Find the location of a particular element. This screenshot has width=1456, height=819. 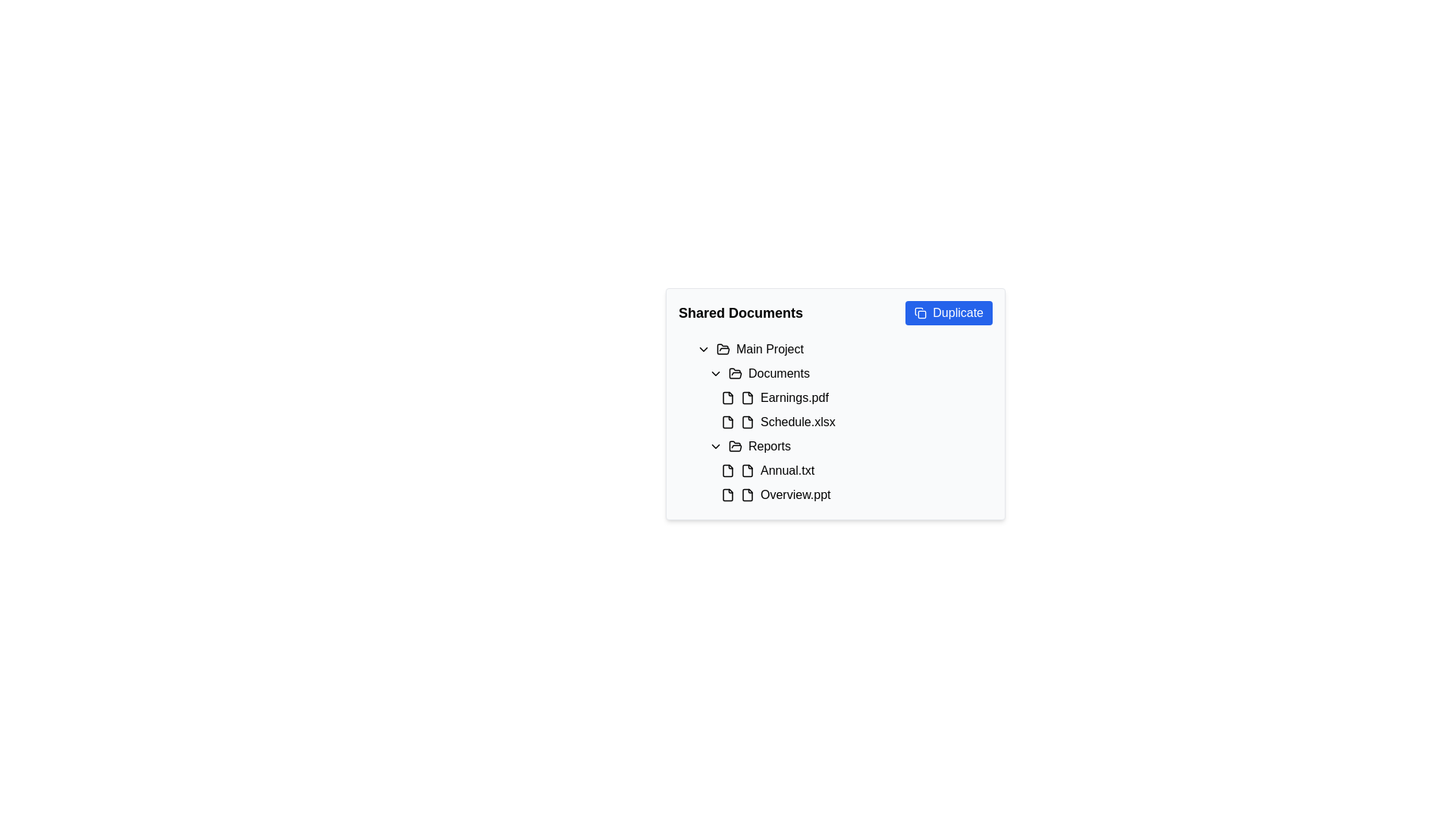

the file icon representing 'Annual.txt' is located at coordinates (747, 470).